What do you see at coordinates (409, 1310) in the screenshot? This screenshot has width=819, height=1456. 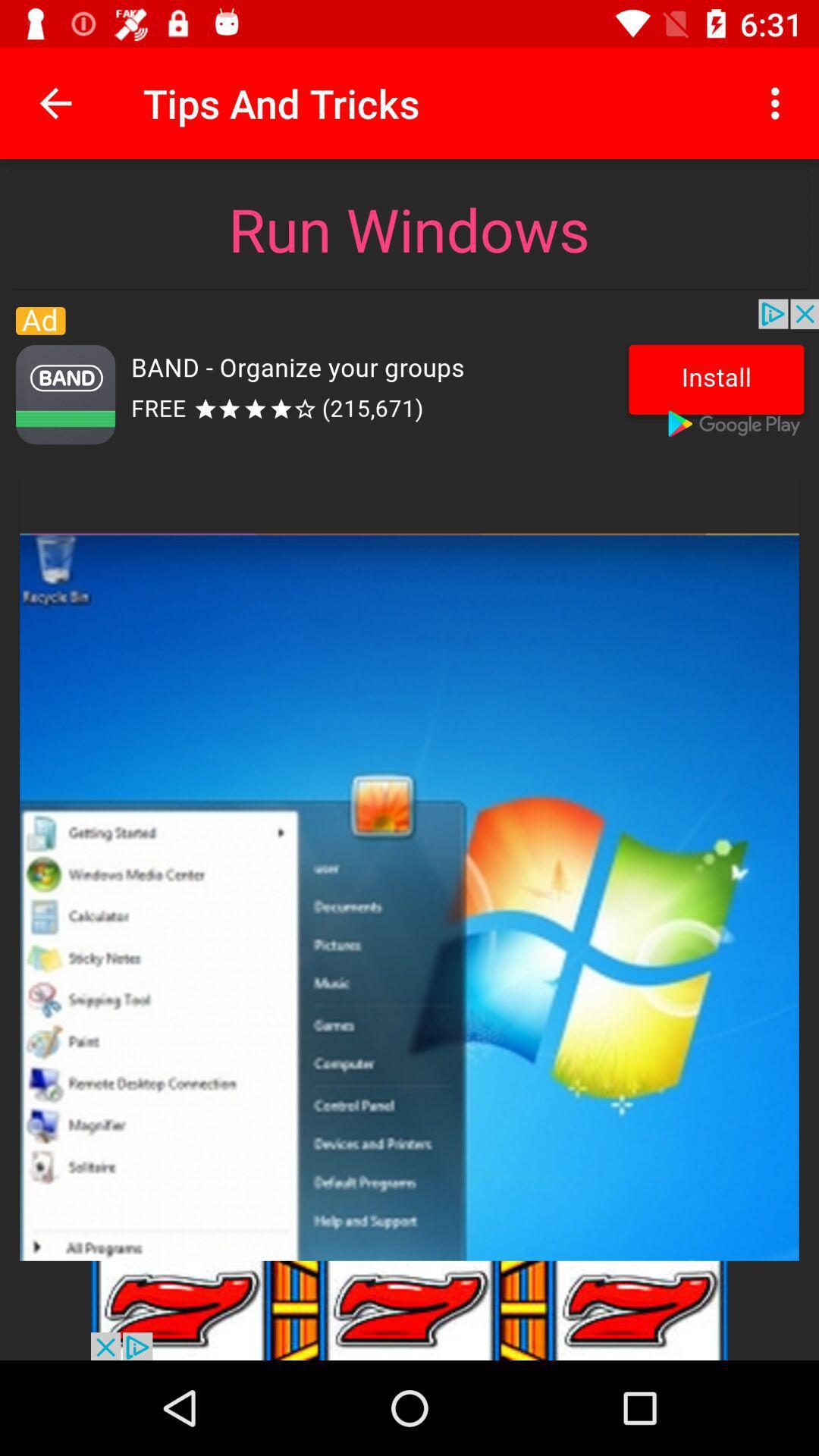 I see `announcement` at bounding box center [409, 1310].